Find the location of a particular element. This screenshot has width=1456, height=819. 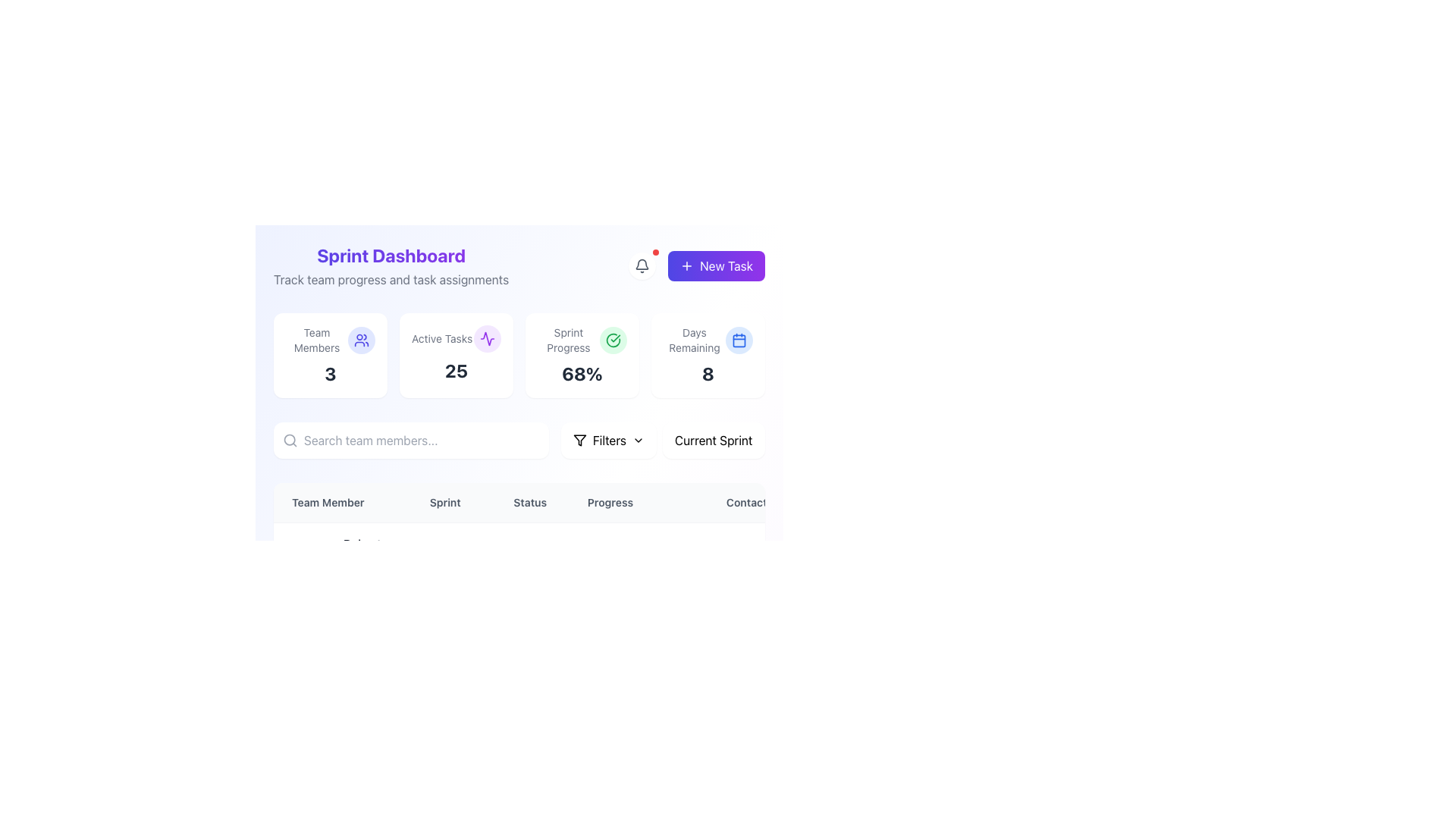

the 'Active Tasks' label with icon, which serves as the title for the section and is positioned above the numeric label '25' is located at coordinates (455, 338).